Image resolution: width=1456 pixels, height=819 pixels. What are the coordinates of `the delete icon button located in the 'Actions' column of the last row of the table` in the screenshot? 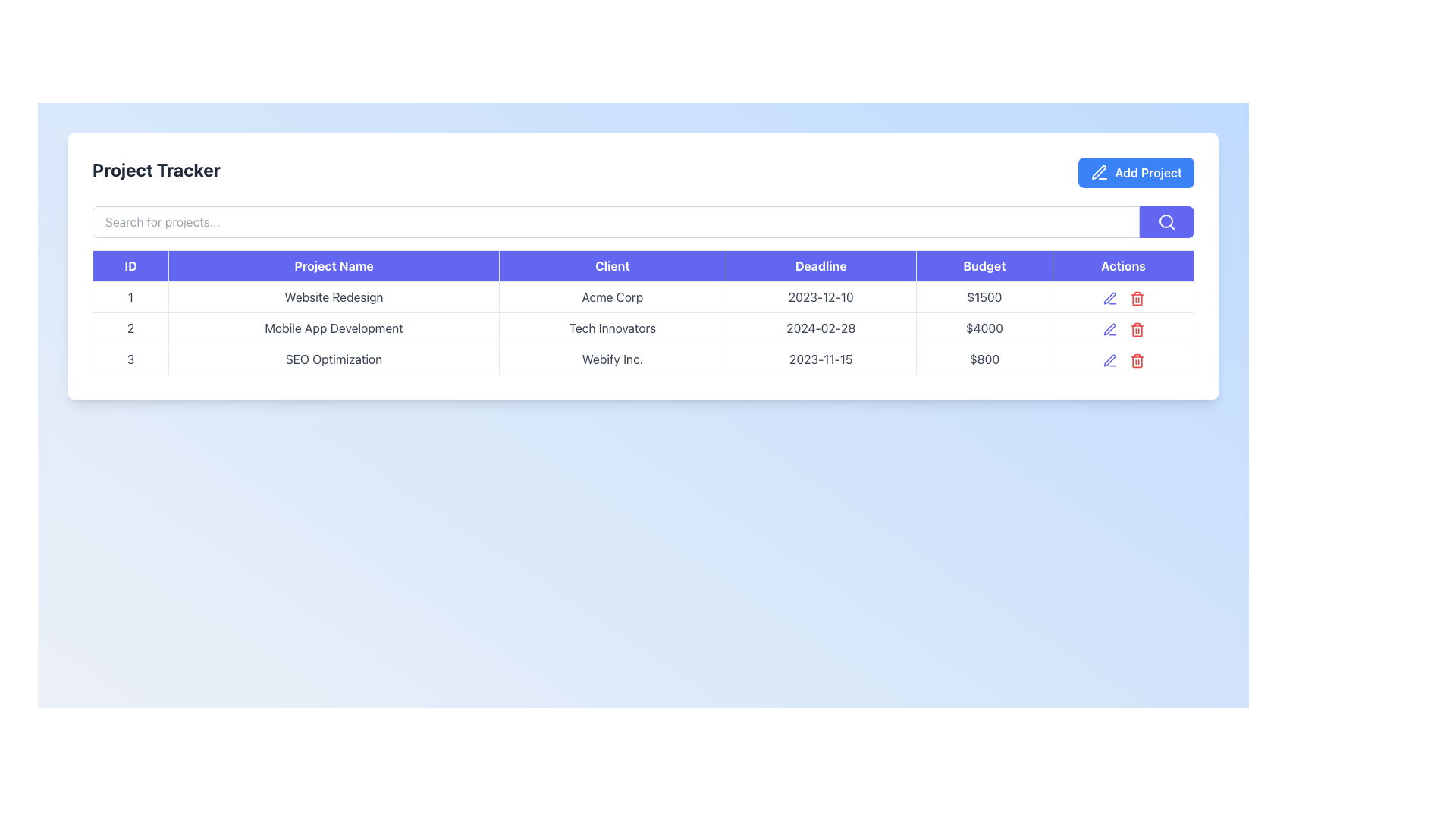 It's located at (1137, 359).